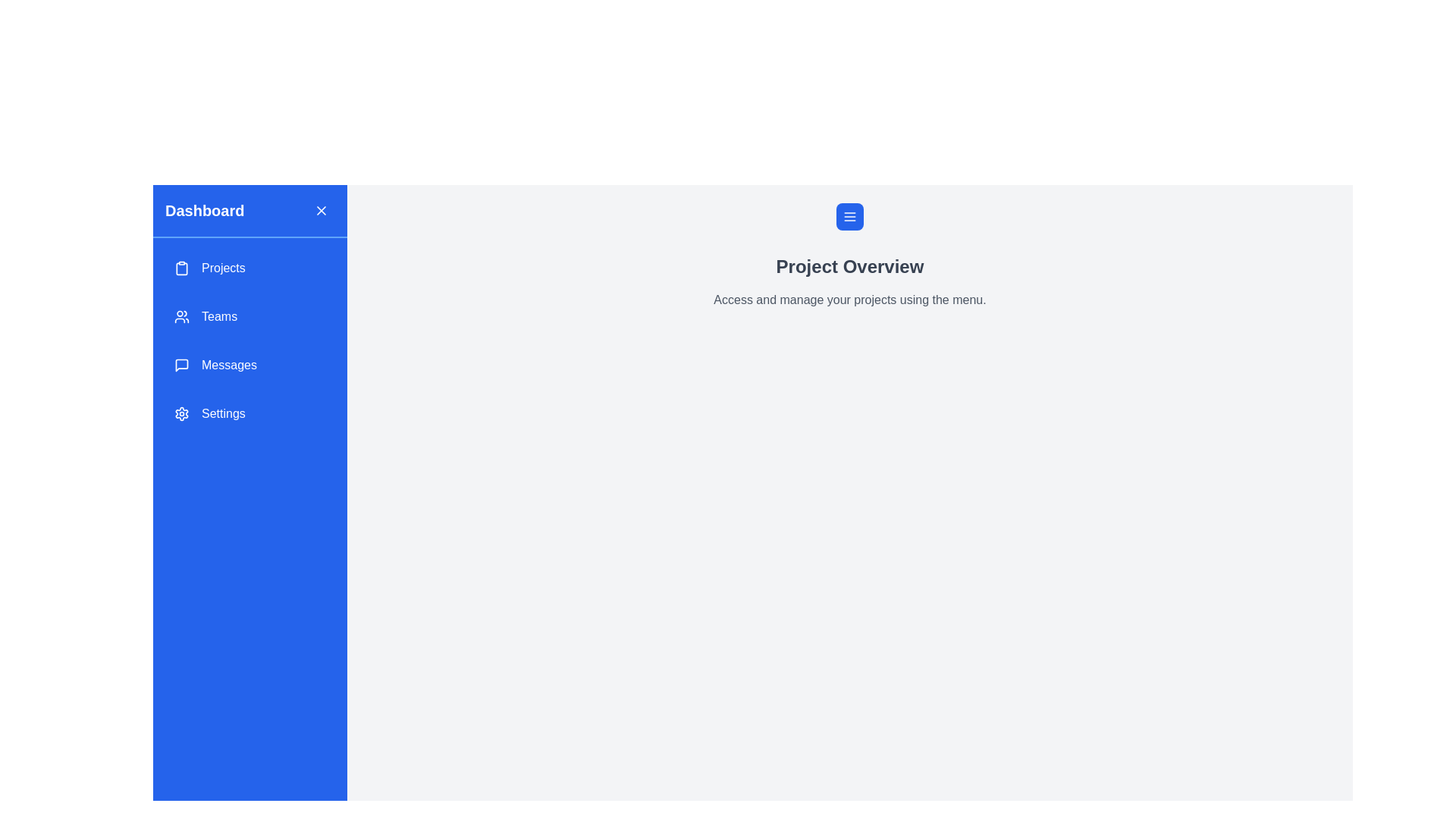  I want to click on the 'Projects' text label, which is displayed in white on a blue background, located in the menu below the 'Dashboard' title, so click(222, 268).